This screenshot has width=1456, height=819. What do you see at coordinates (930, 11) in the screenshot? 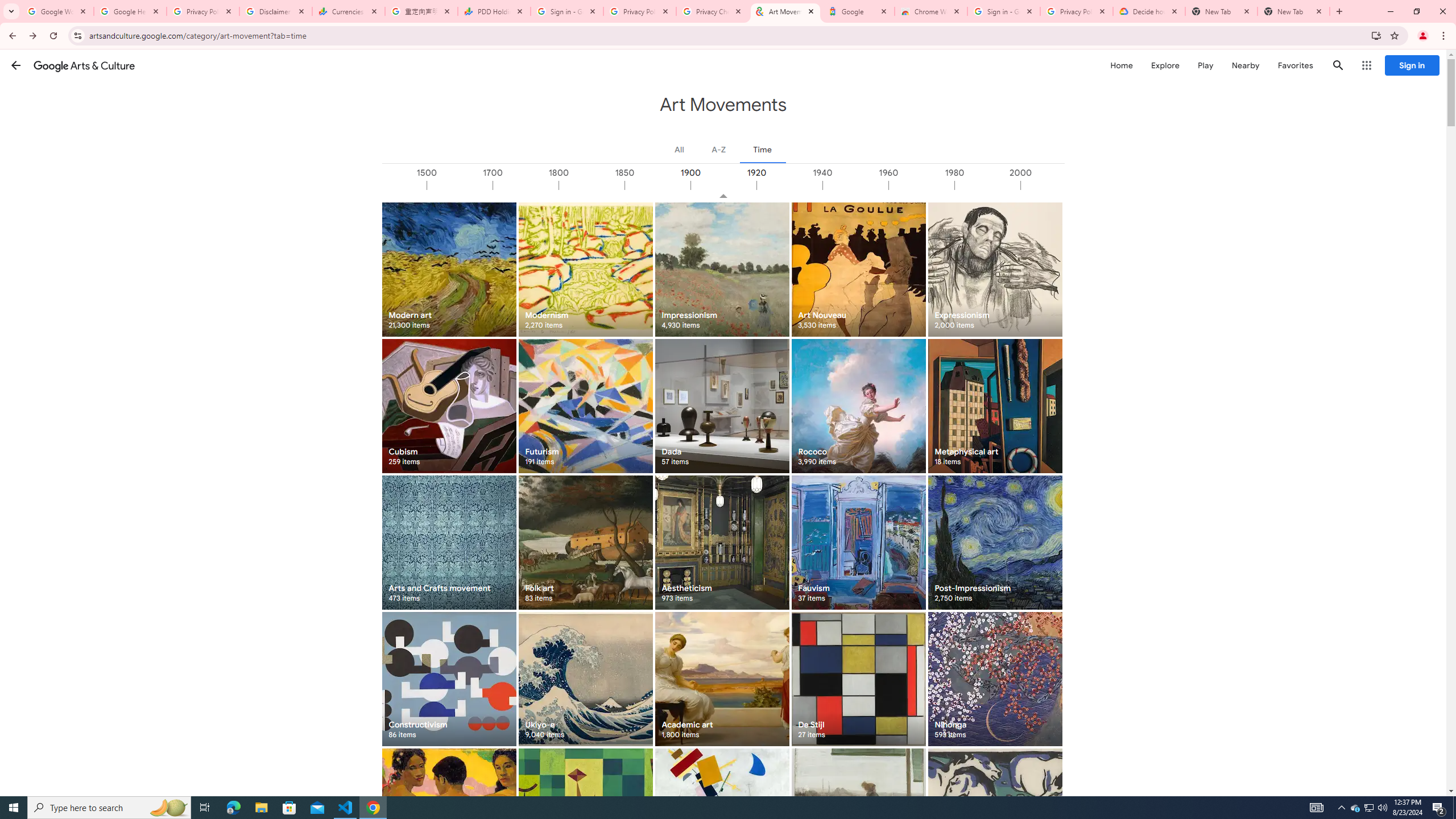
I see `'Chrome Web Store - Color themes by Chrome'` at bounding box center [930, 11].